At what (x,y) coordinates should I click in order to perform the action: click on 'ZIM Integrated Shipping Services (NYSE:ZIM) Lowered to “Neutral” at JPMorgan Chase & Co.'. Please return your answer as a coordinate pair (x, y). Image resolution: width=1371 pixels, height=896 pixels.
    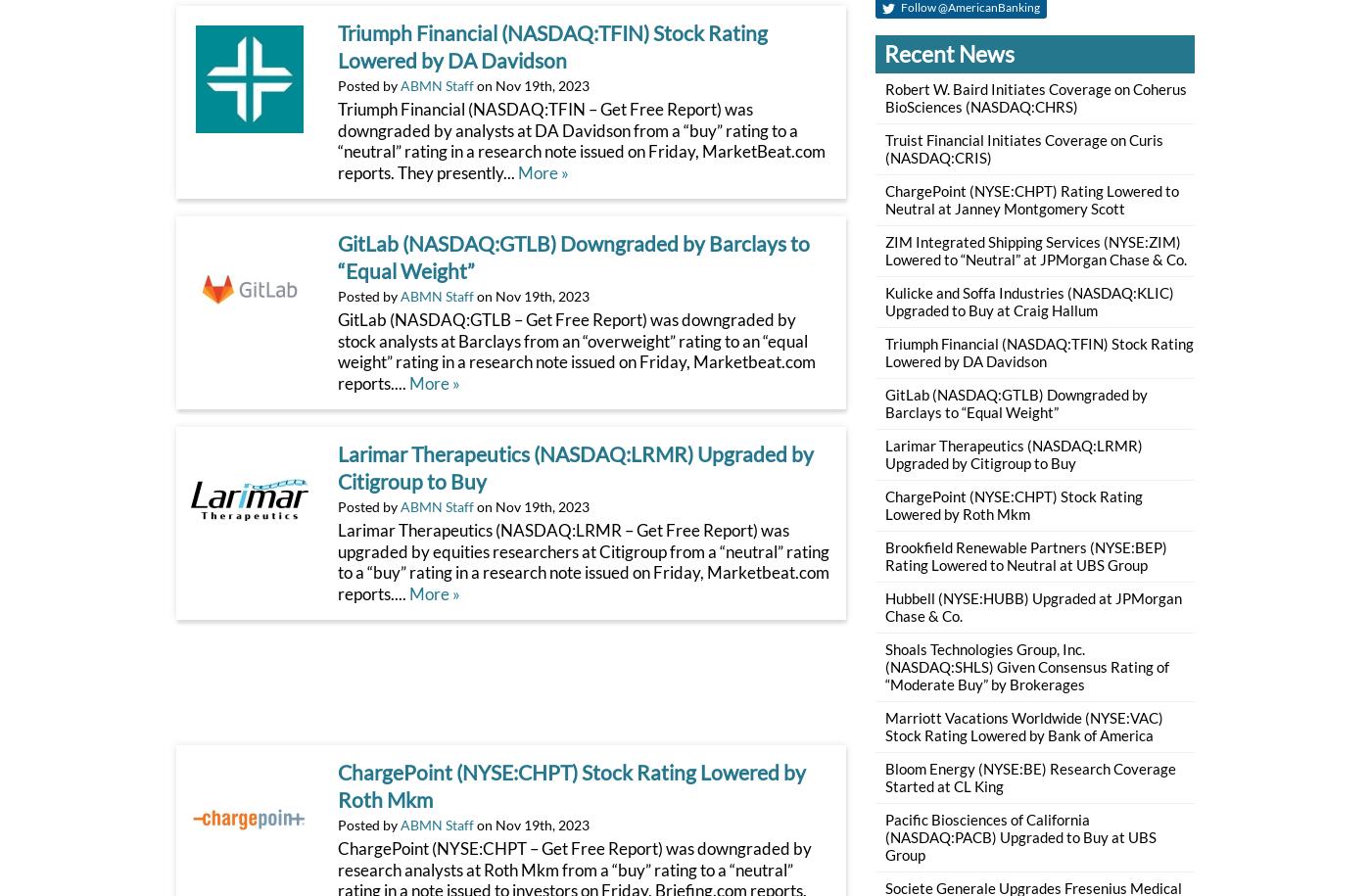
    Looking at the image, I should click on (1035, 250).